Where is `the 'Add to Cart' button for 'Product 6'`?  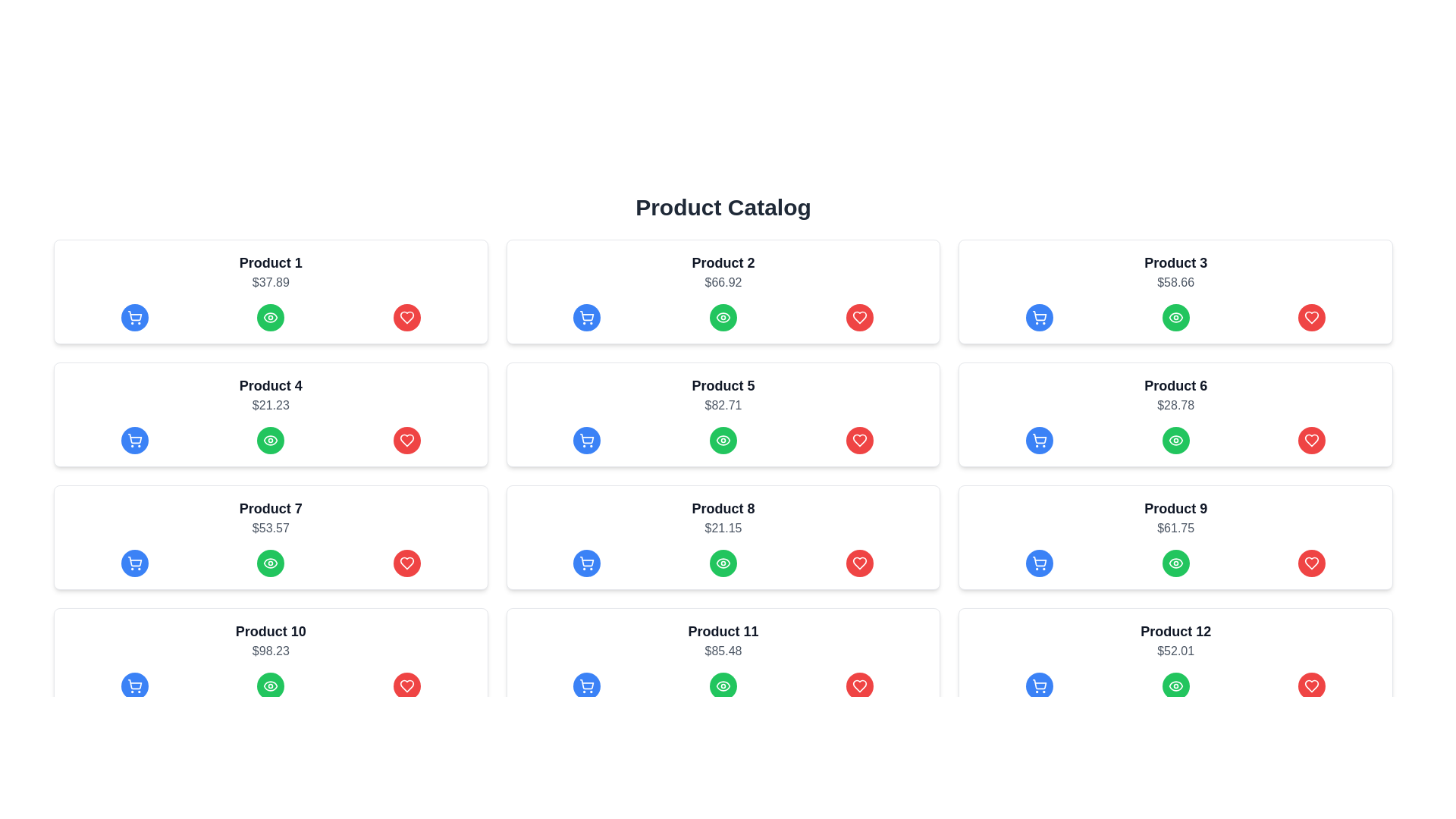
the 'Add to Cart' button for 'Product 6' is located at coordinates (1039, 441).